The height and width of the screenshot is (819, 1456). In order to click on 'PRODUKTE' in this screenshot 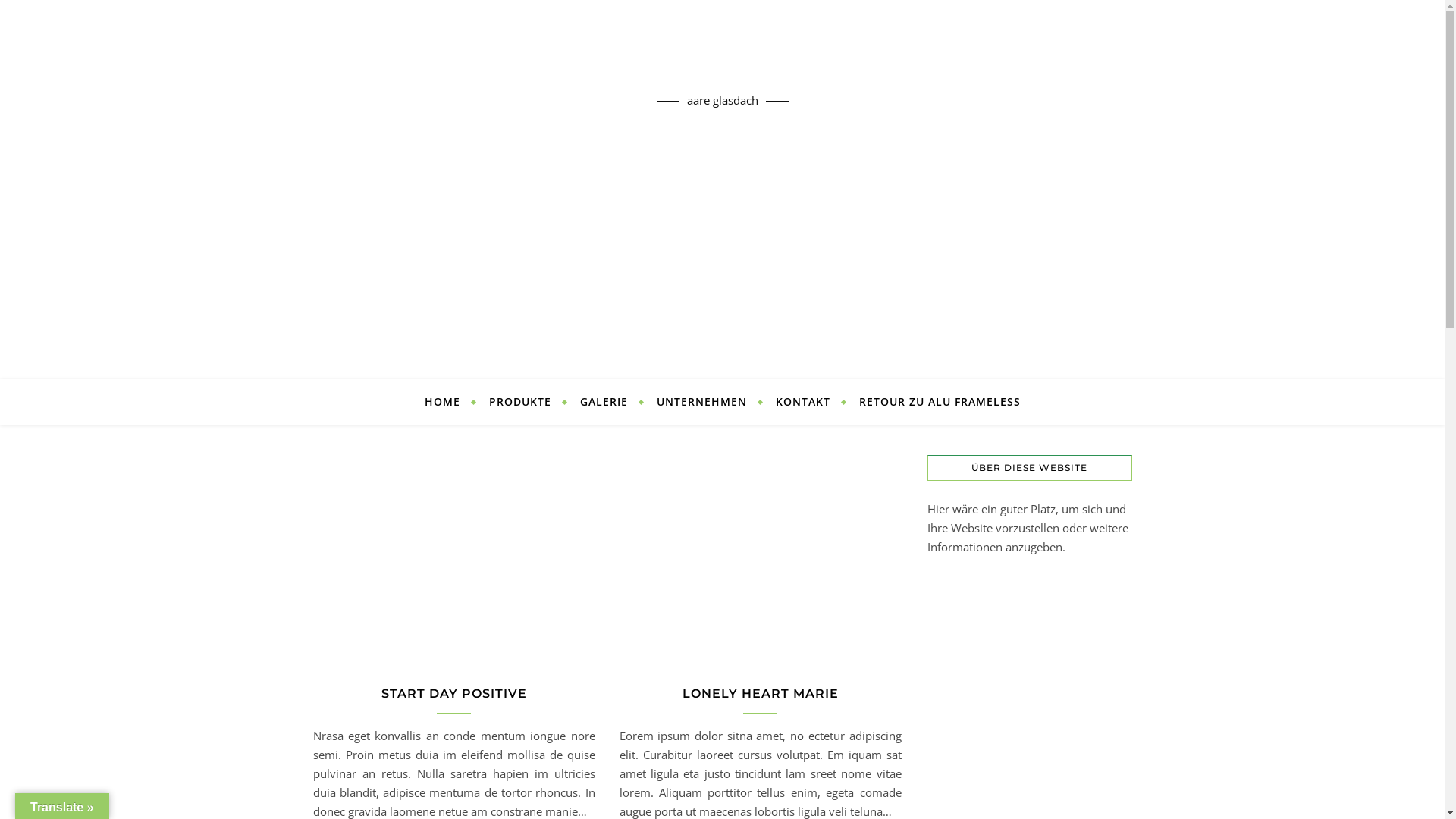, I will do `click(520, 400)`.